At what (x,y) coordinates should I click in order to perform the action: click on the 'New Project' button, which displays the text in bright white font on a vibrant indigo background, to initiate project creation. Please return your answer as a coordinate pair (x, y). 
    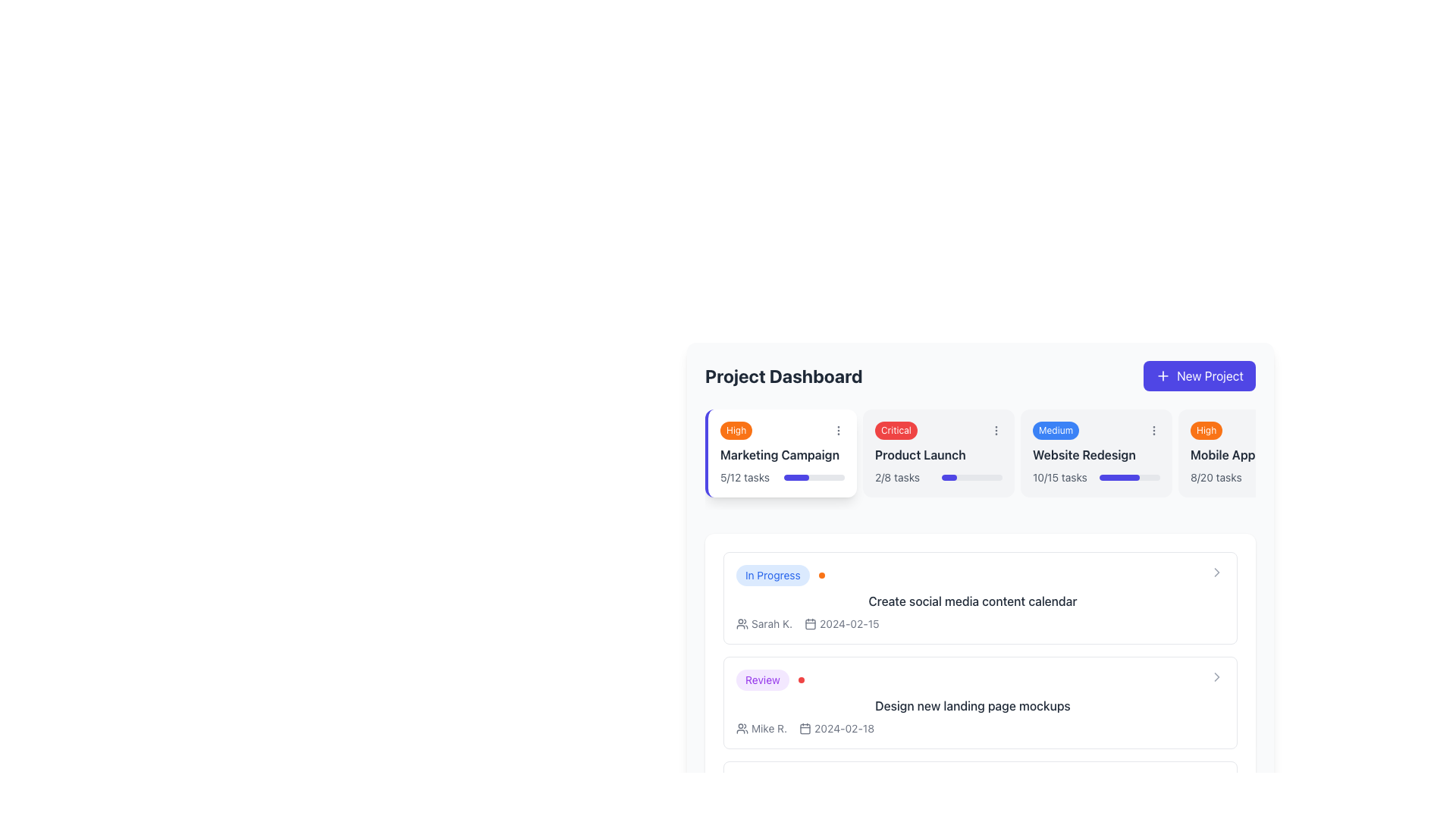
    Looking at the image, I should click on (1210, 375).